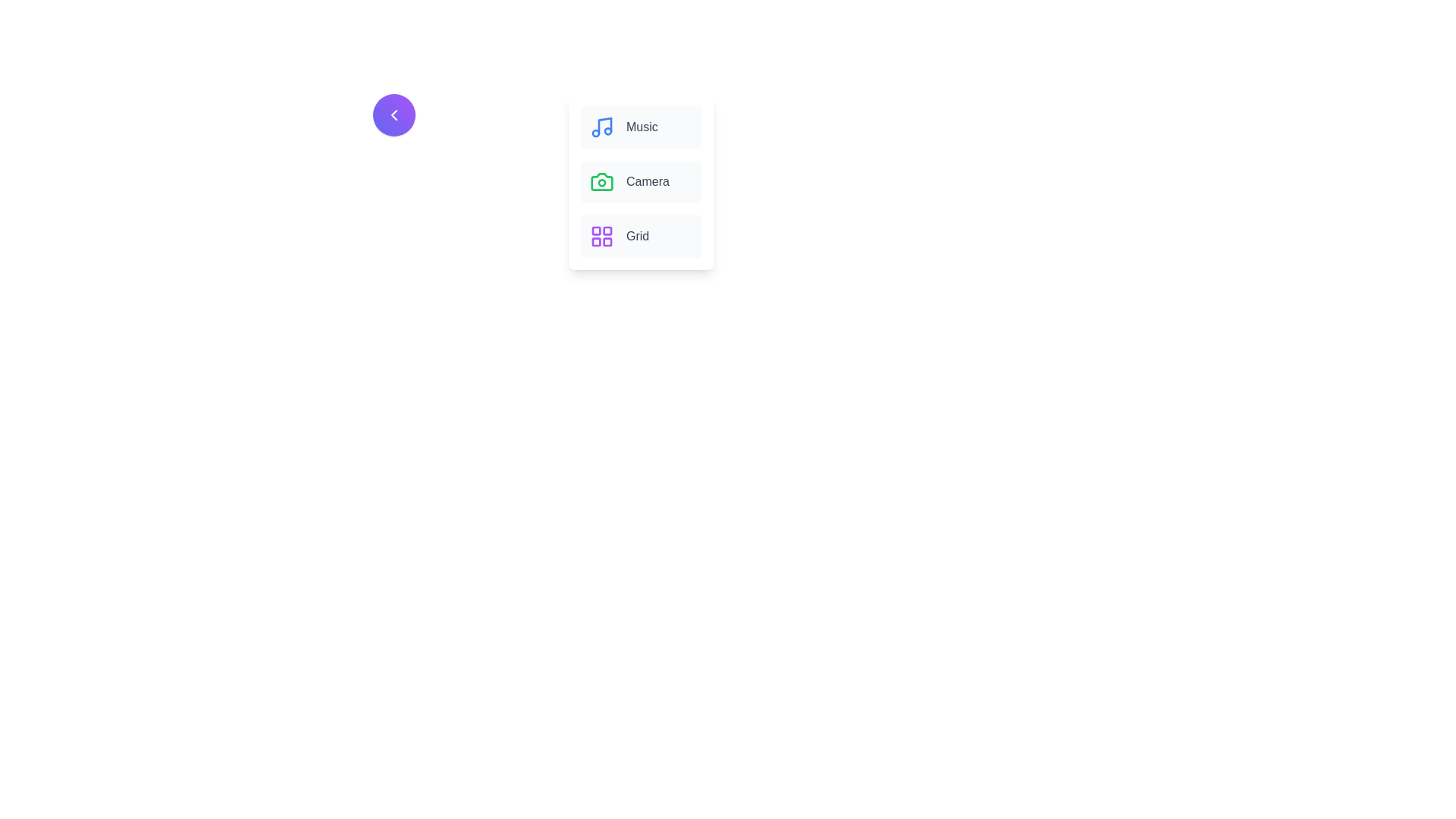 The image size is (1456, 819). Describe the element at coordinates (641, 127) in the screenshot. I see `the menu item labeled Music to see its hover effect` at that location.